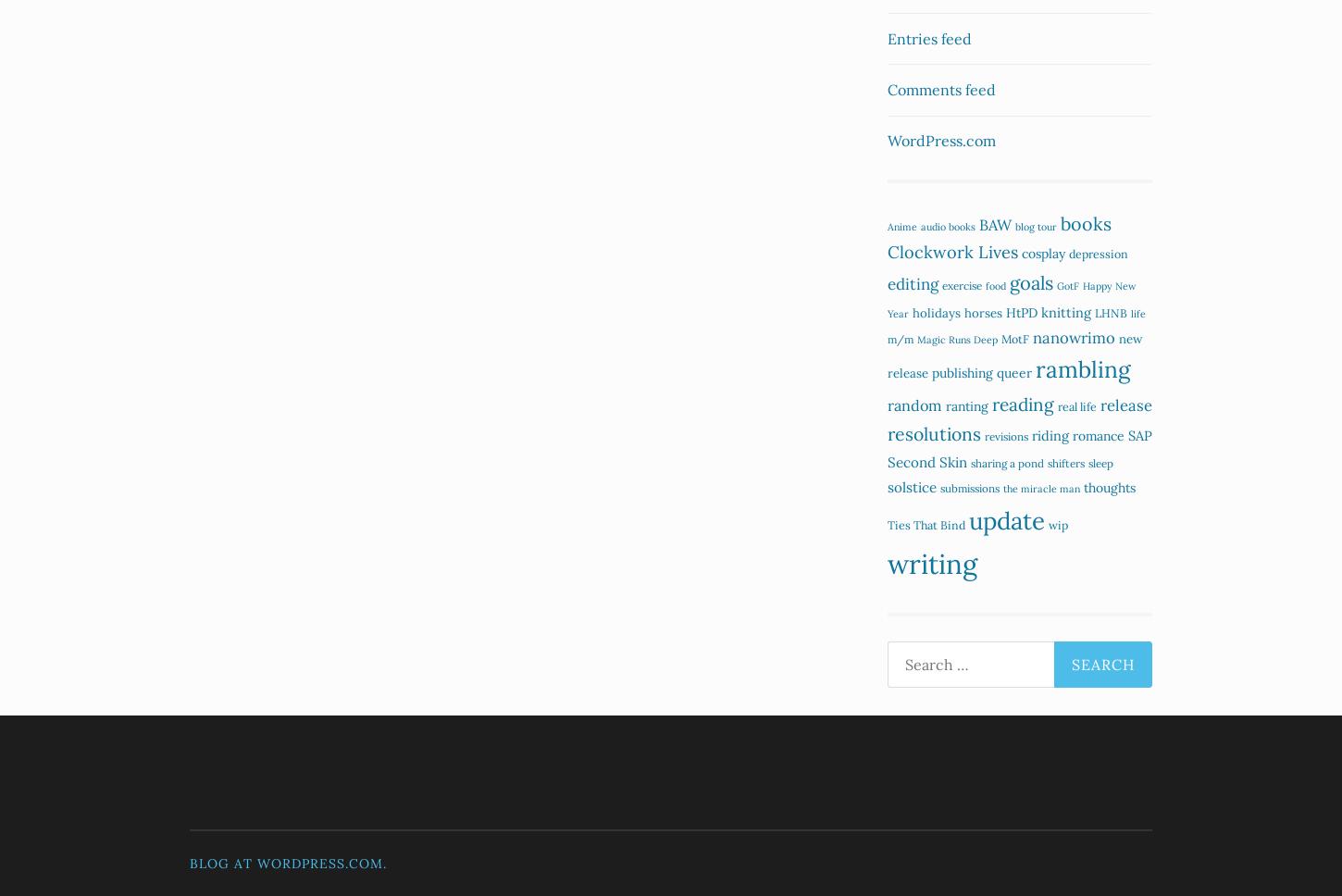 The image size is (1342, 896). I want to click on 'food', so click(996, 284).